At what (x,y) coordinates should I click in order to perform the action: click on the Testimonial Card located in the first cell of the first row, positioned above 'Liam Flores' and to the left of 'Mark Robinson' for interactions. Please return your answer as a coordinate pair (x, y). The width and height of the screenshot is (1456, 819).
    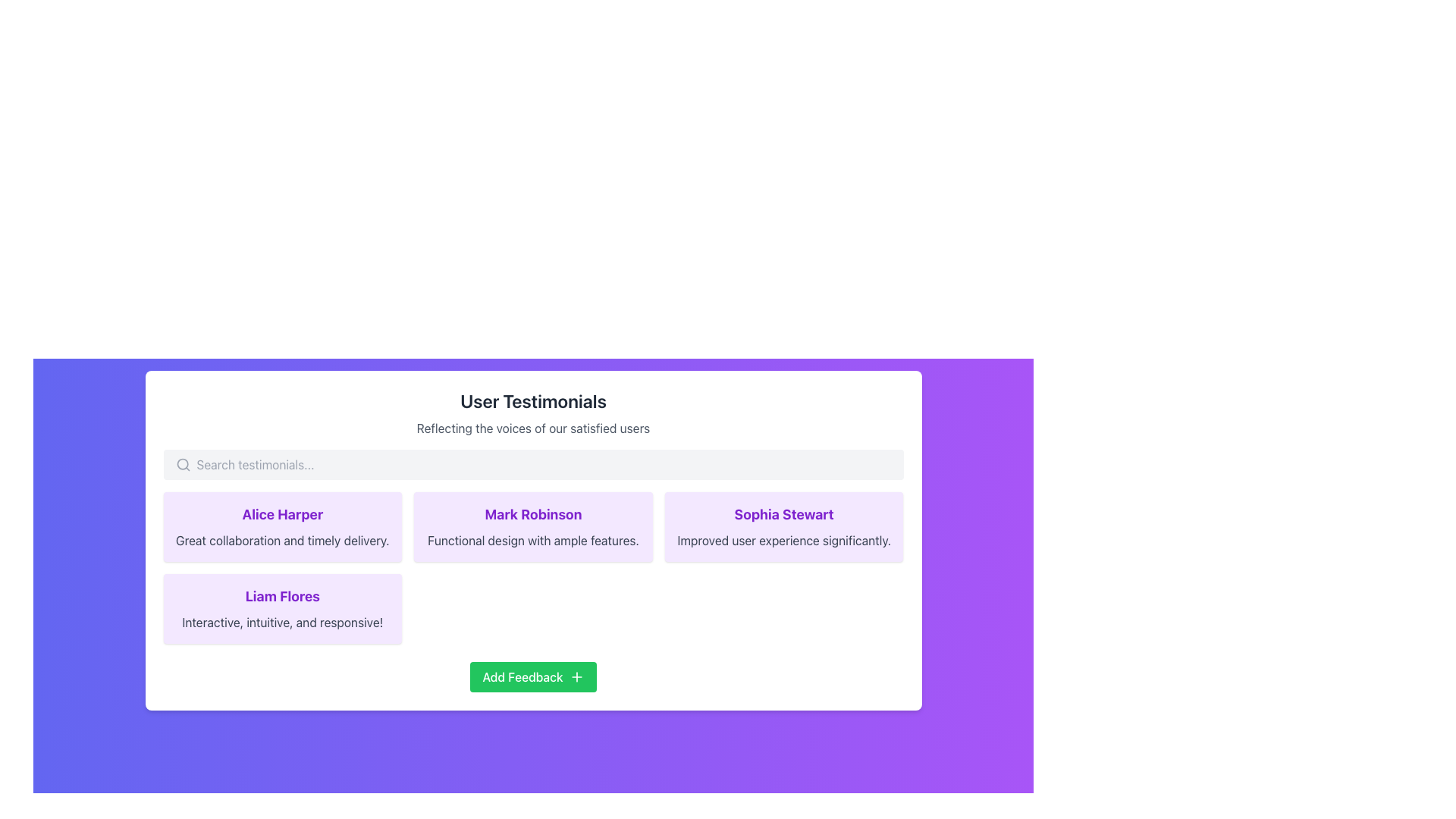
    Looking at the image, I should click on (282, 526).